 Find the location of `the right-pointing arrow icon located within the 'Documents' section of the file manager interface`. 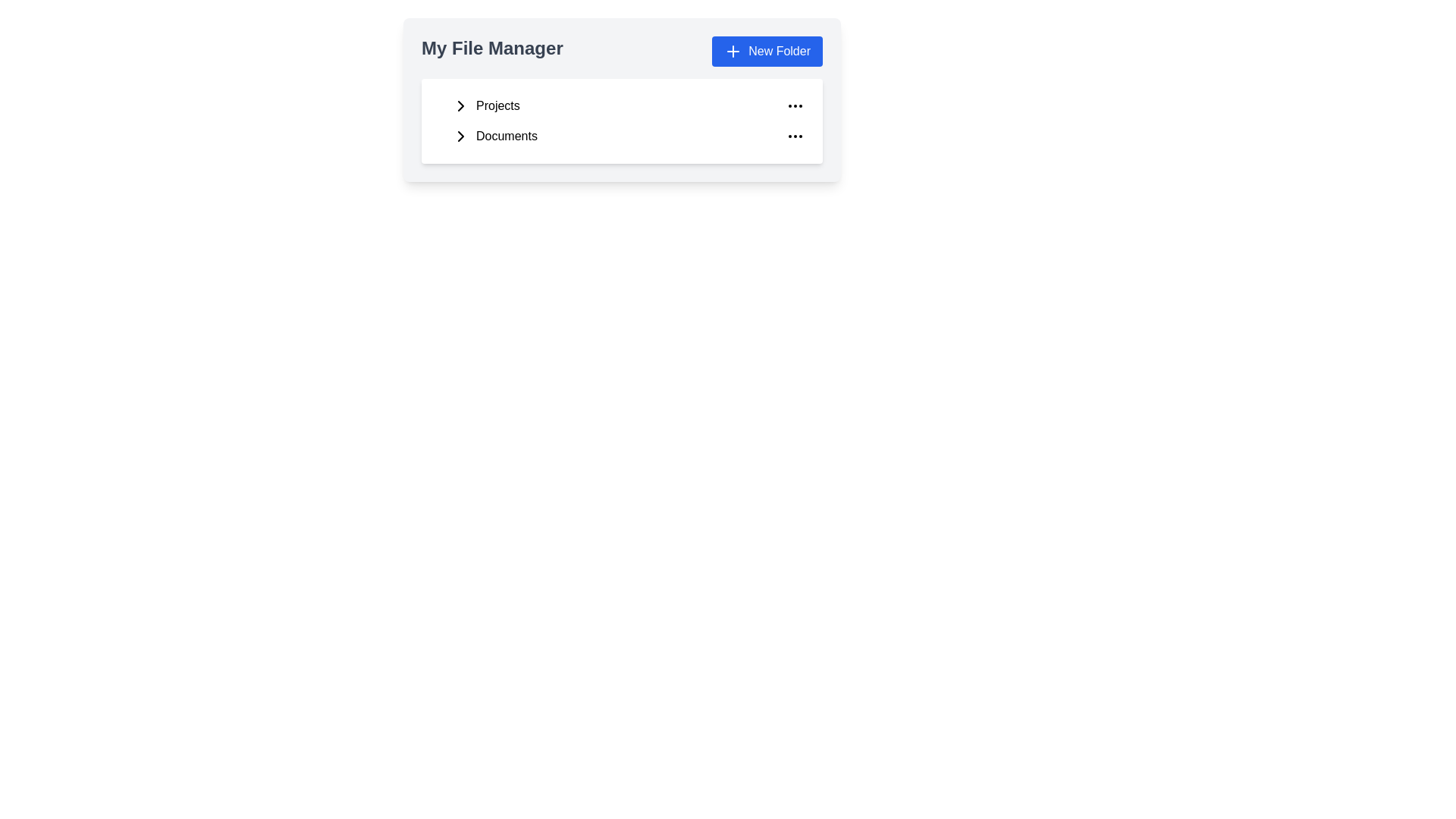

the right-pointing arrow icon located within the 'Documents' section of the file manager interface is located at coordinates (460, 136).